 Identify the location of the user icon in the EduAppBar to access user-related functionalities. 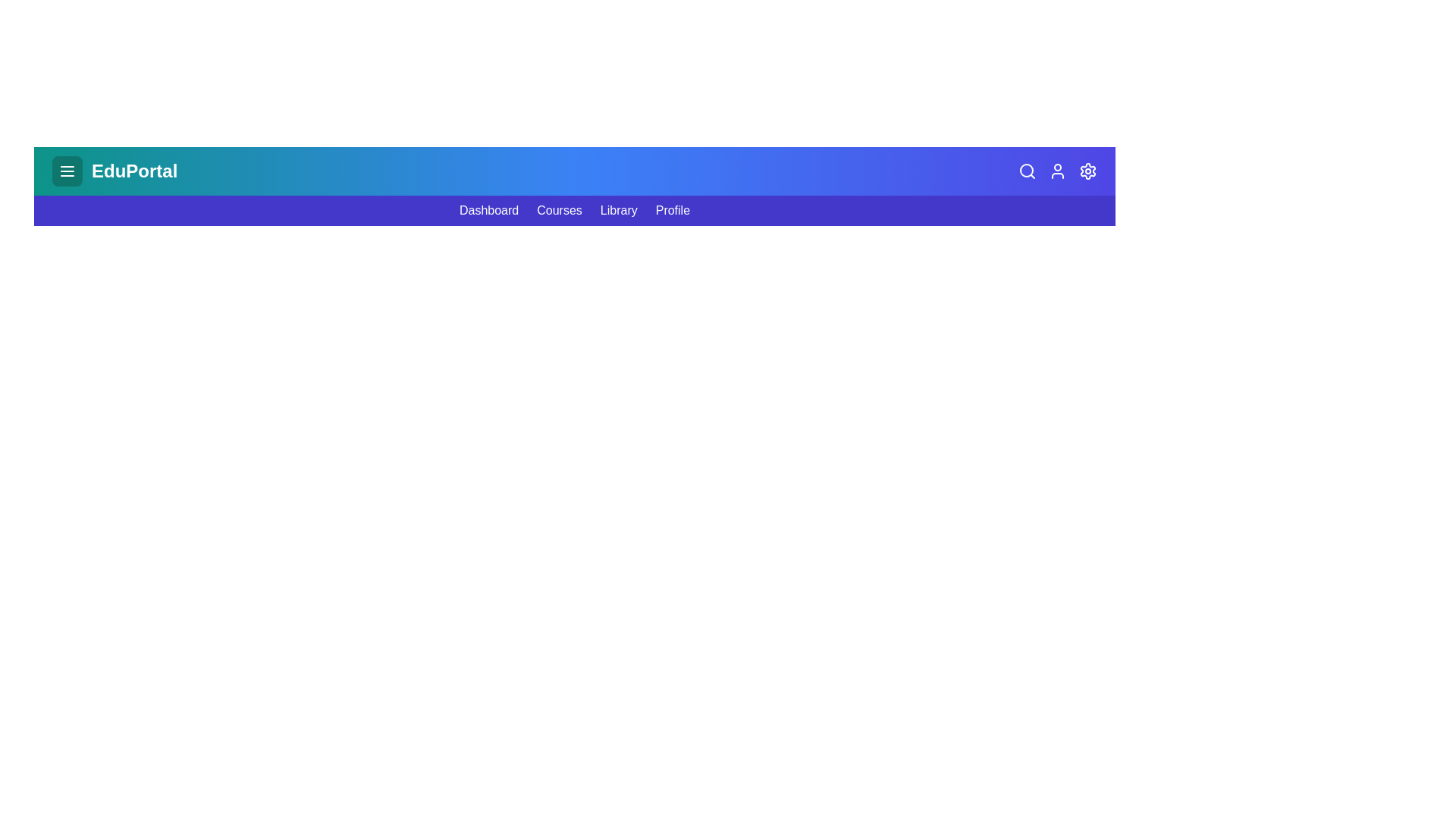
(1057, 171).